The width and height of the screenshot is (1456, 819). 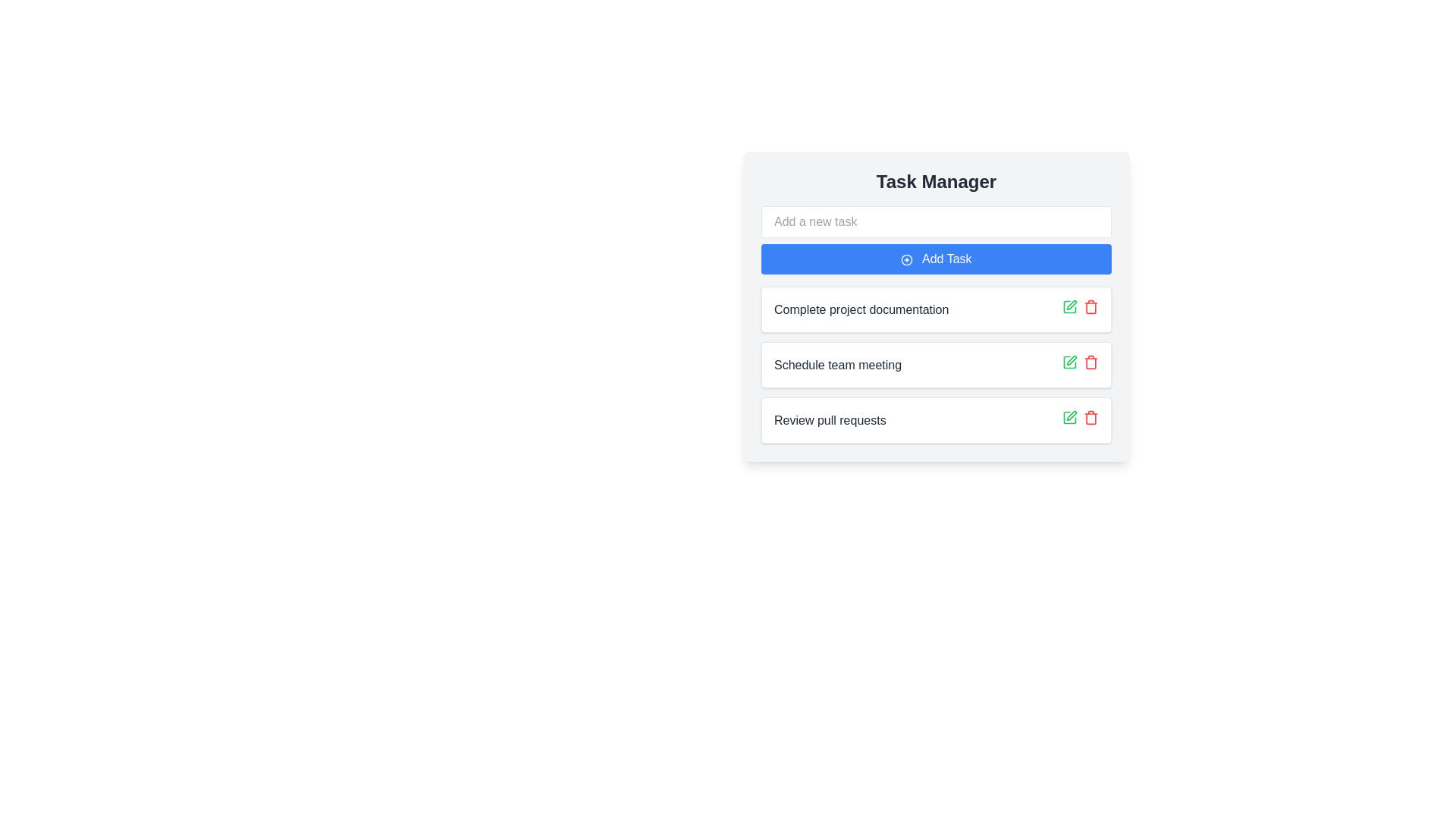 What do you see at coordinates (1069, 418) in the screenshot?
I see `the leftmost icon in the inline group of two icons within the 'Review pull requests' task item in the task manager interface, which has a rounded square outline and a matching stroke color` at bounding box center [1069, 418].